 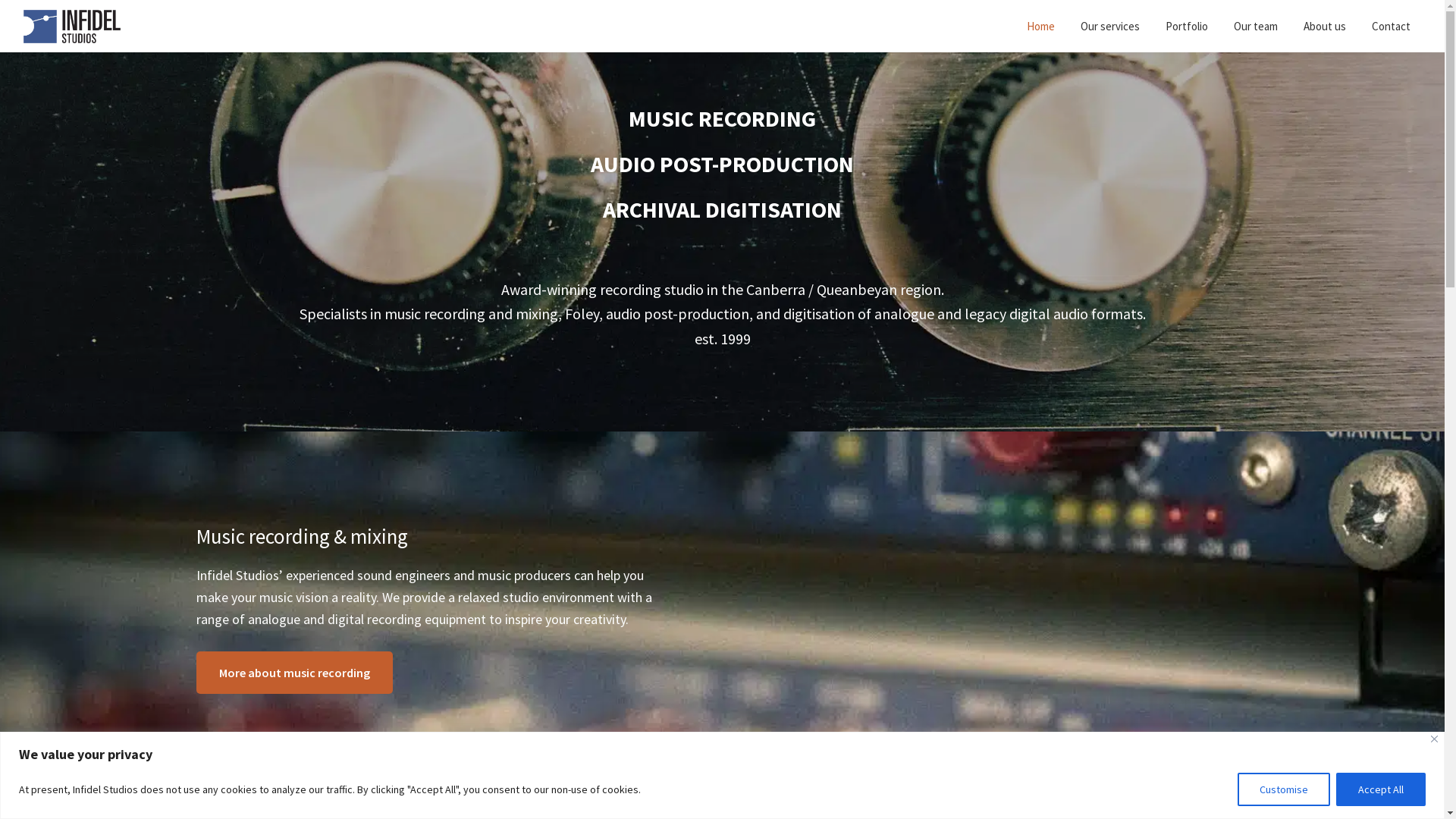 I want to click on 'Contact', so click(x=1360, y=26).